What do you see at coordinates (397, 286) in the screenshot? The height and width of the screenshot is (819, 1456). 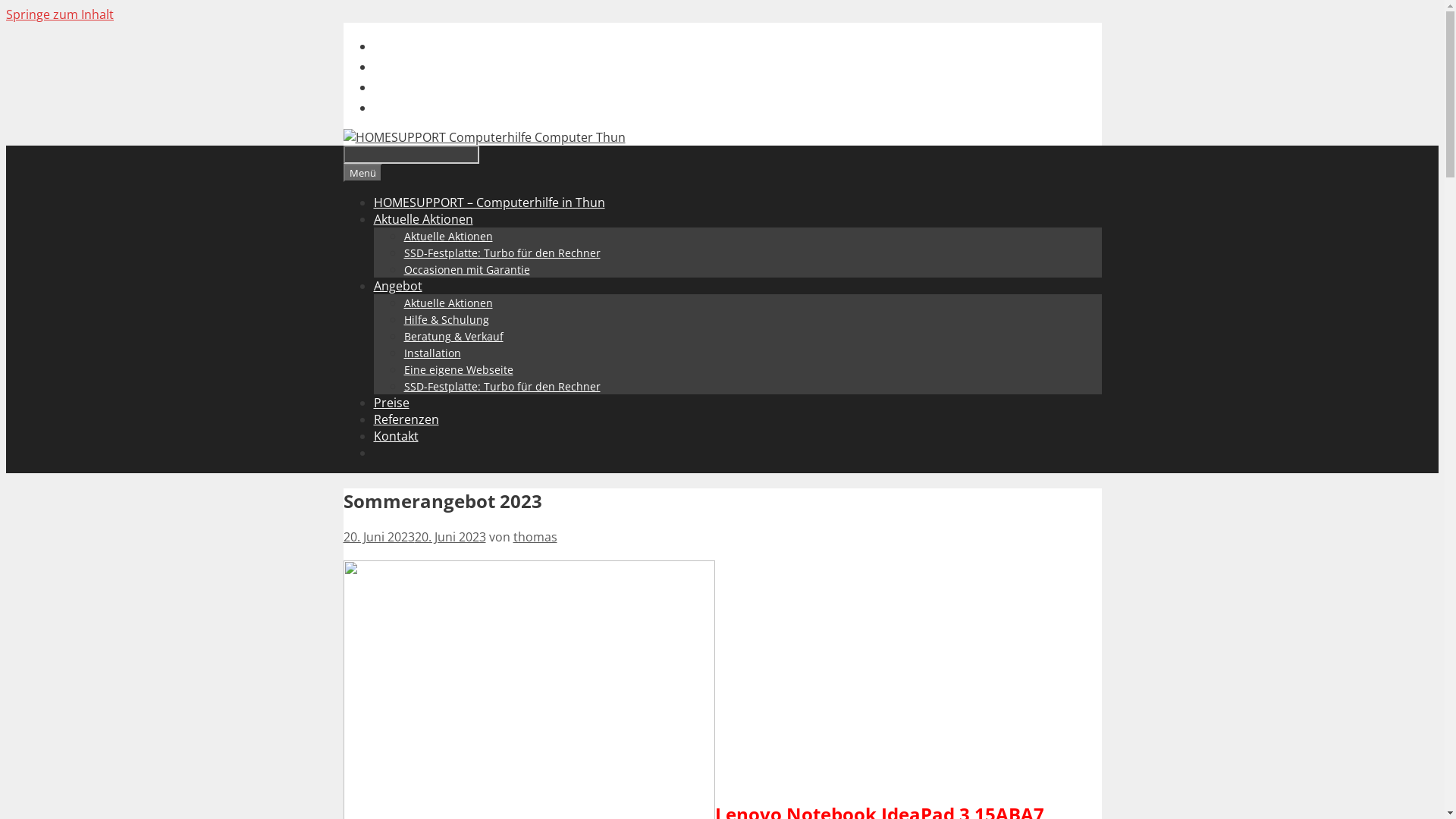 I see `'Angebot'` at bounding box center [397, 286].